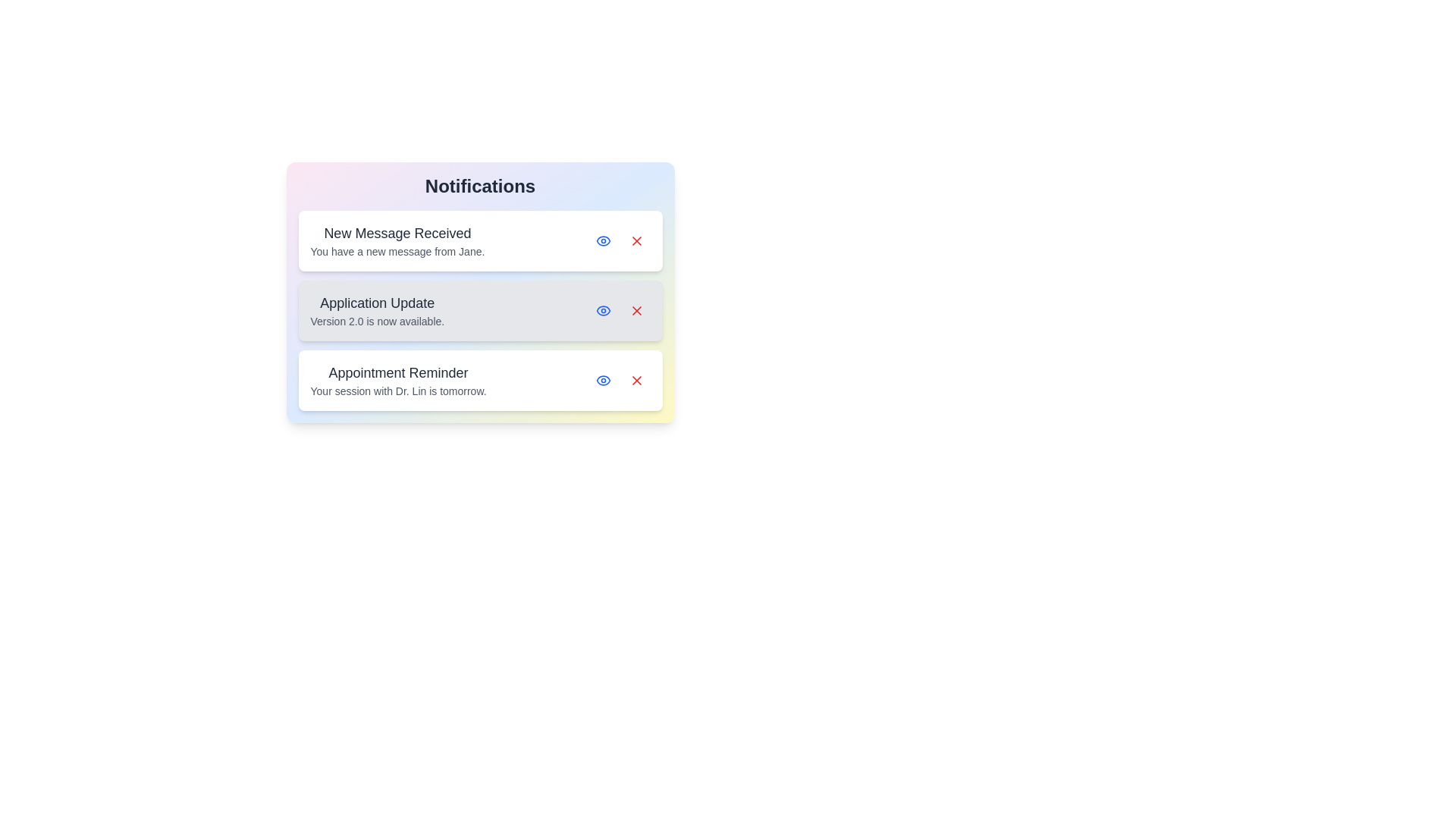 The height and width of the screenshot is (819, 1456). I want to click on the 'eye' icon button corresponding to the notification with the title 'New Message Received', so click(602, 240).